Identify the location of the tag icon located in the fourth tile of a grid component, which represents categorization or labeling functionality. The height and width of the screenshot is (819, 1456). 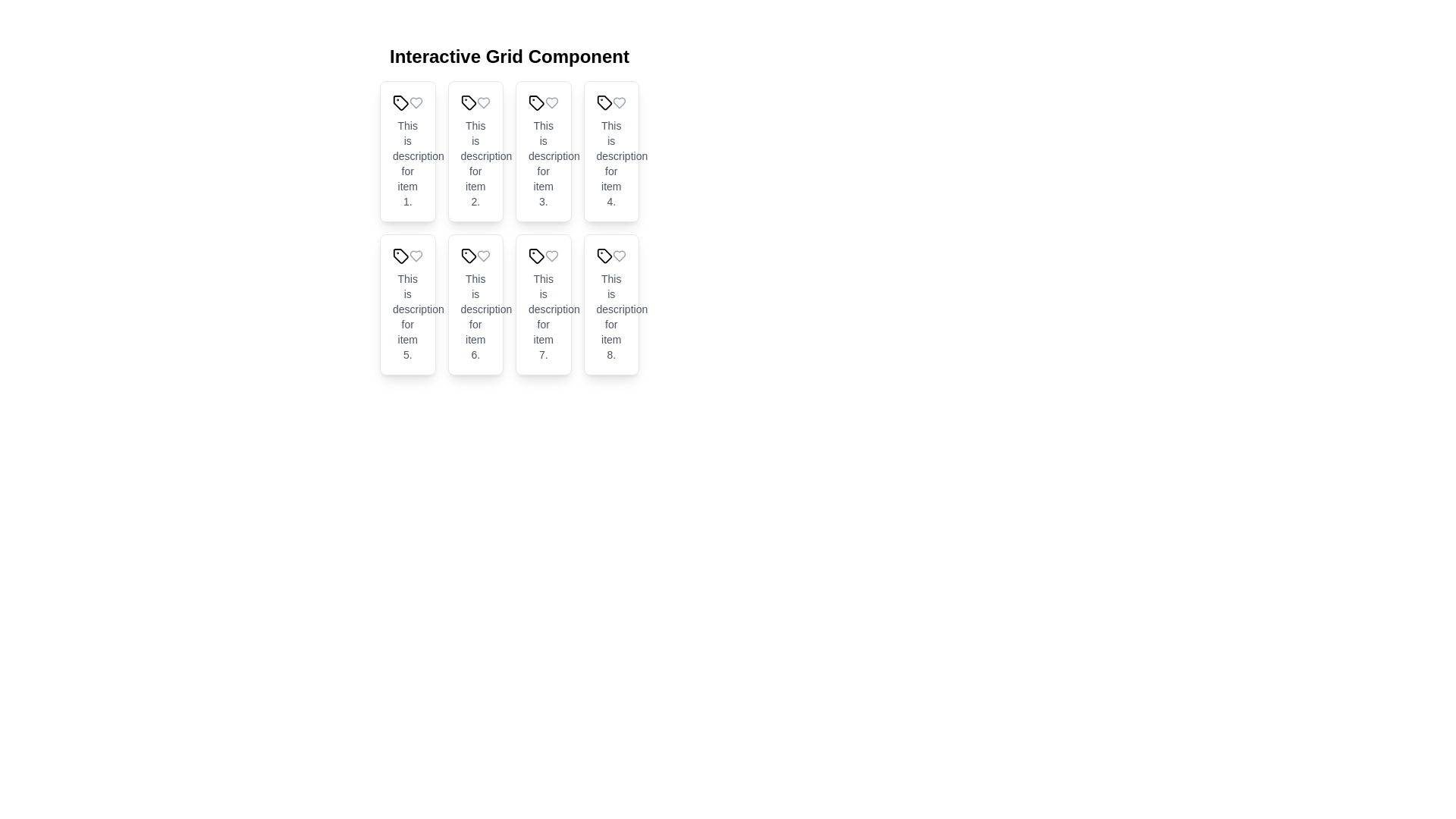
(603, 102).